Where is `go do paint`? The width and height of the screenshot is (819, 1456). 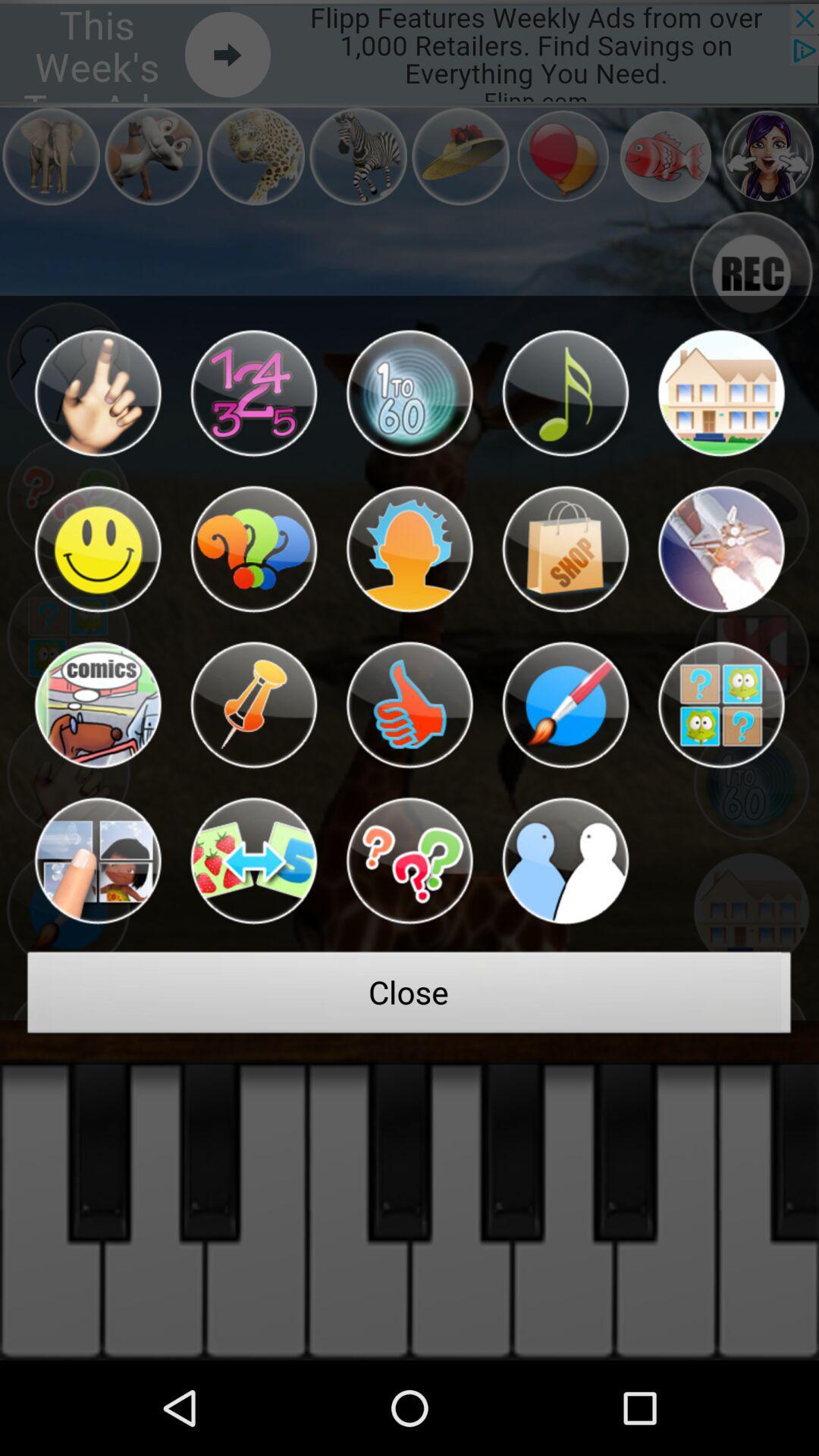
go do paint is located at coordinates (565, 704).